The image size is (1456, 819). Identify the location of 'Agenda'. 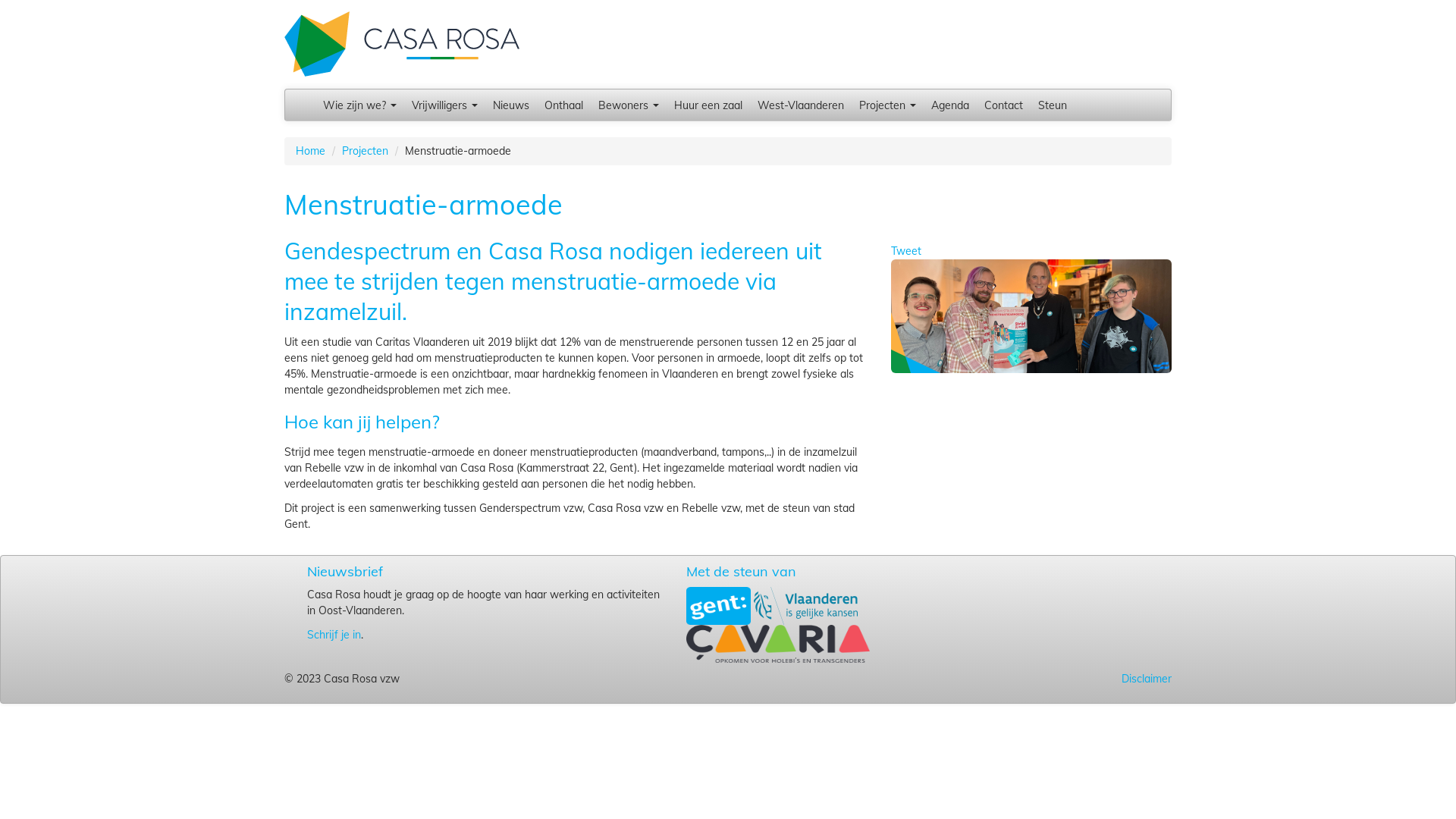
(949, 104).